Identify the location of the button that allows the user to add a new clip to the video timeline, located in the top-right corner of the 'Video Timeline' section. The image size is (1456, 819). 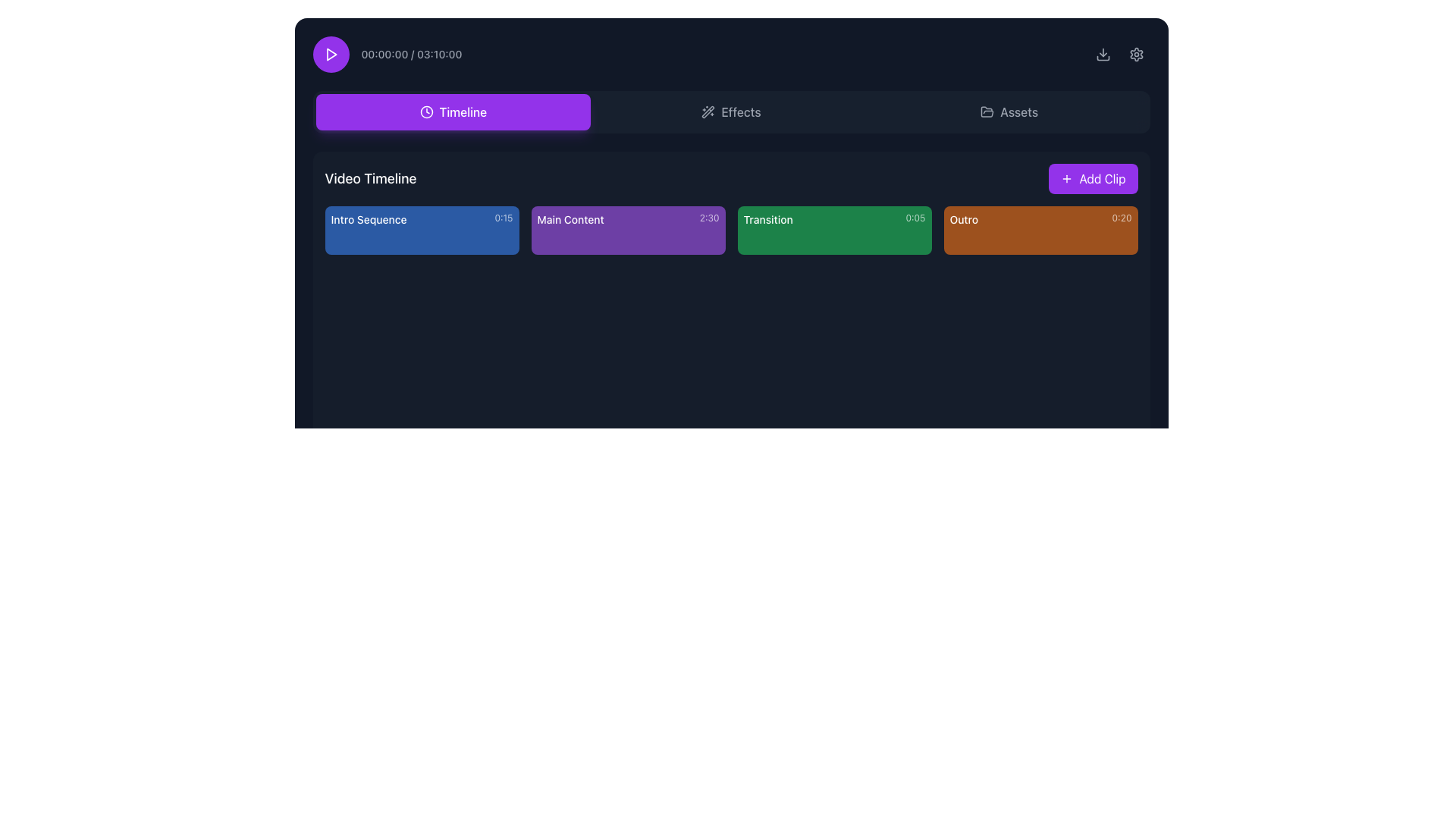
(1093, 177).